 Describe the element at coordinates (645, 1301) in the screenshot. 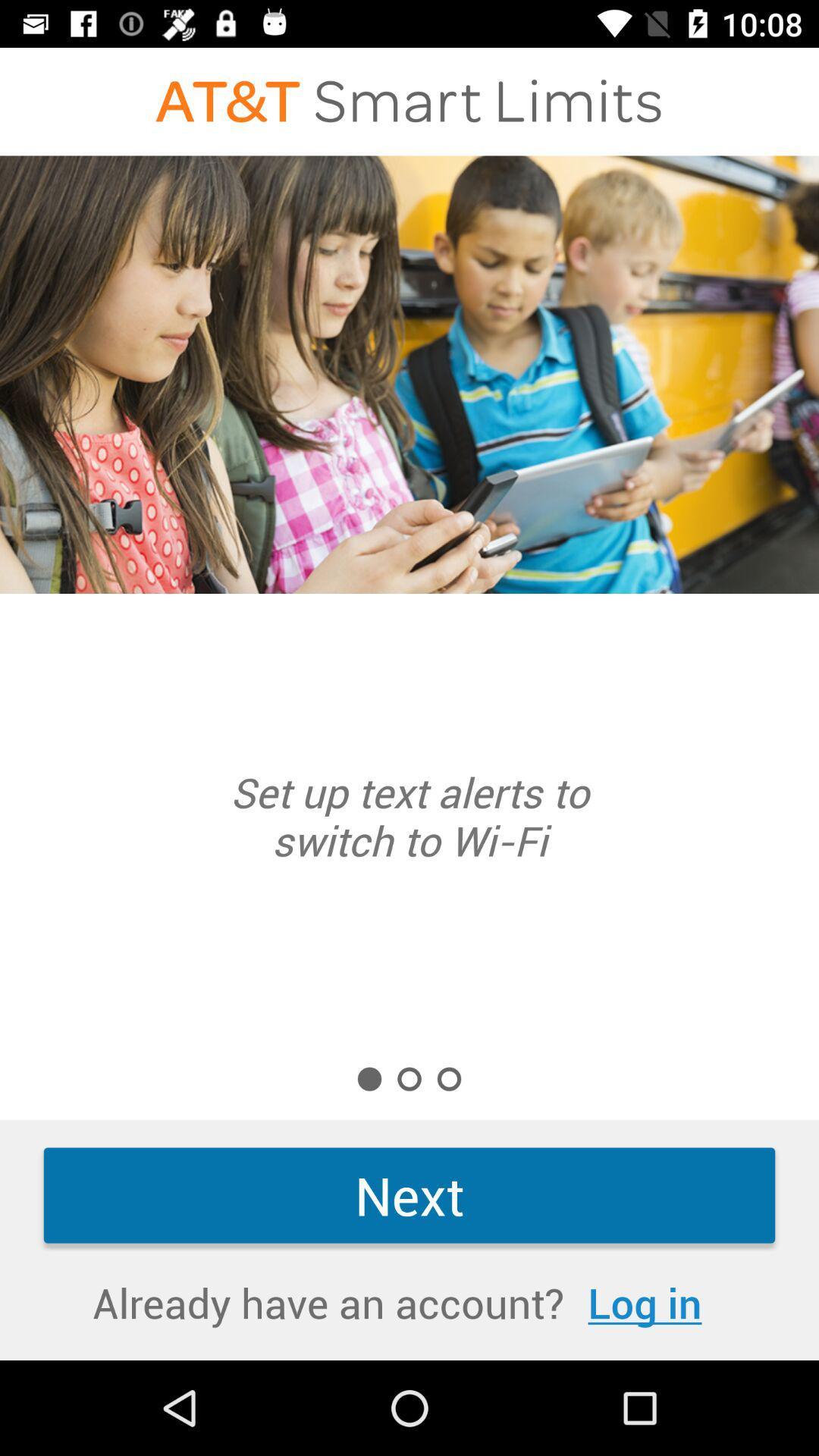

I see `the item below the next` at that location.